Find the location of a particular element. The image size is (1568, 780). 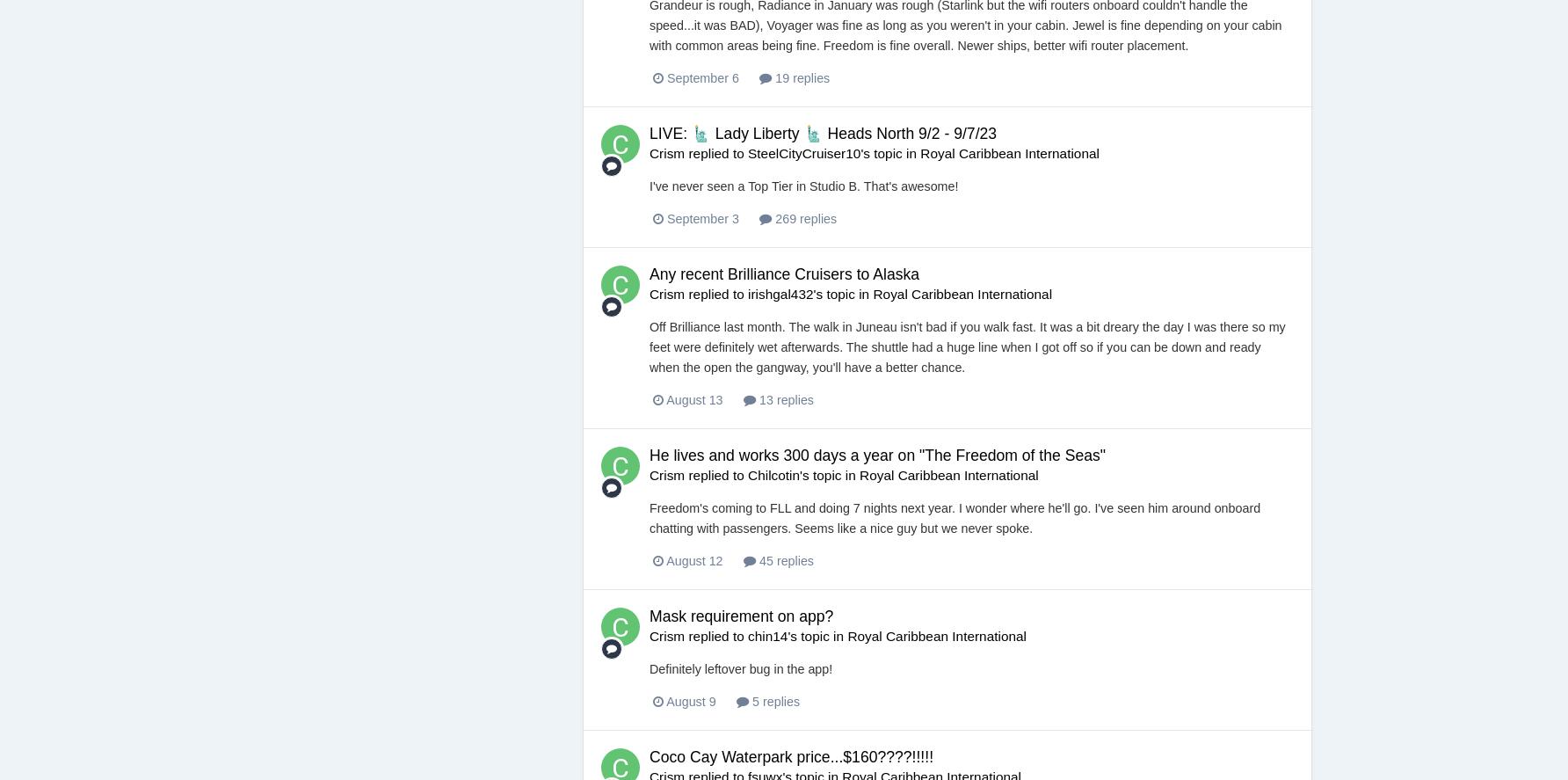

'45 replies' is located at coordinates (785, 560).